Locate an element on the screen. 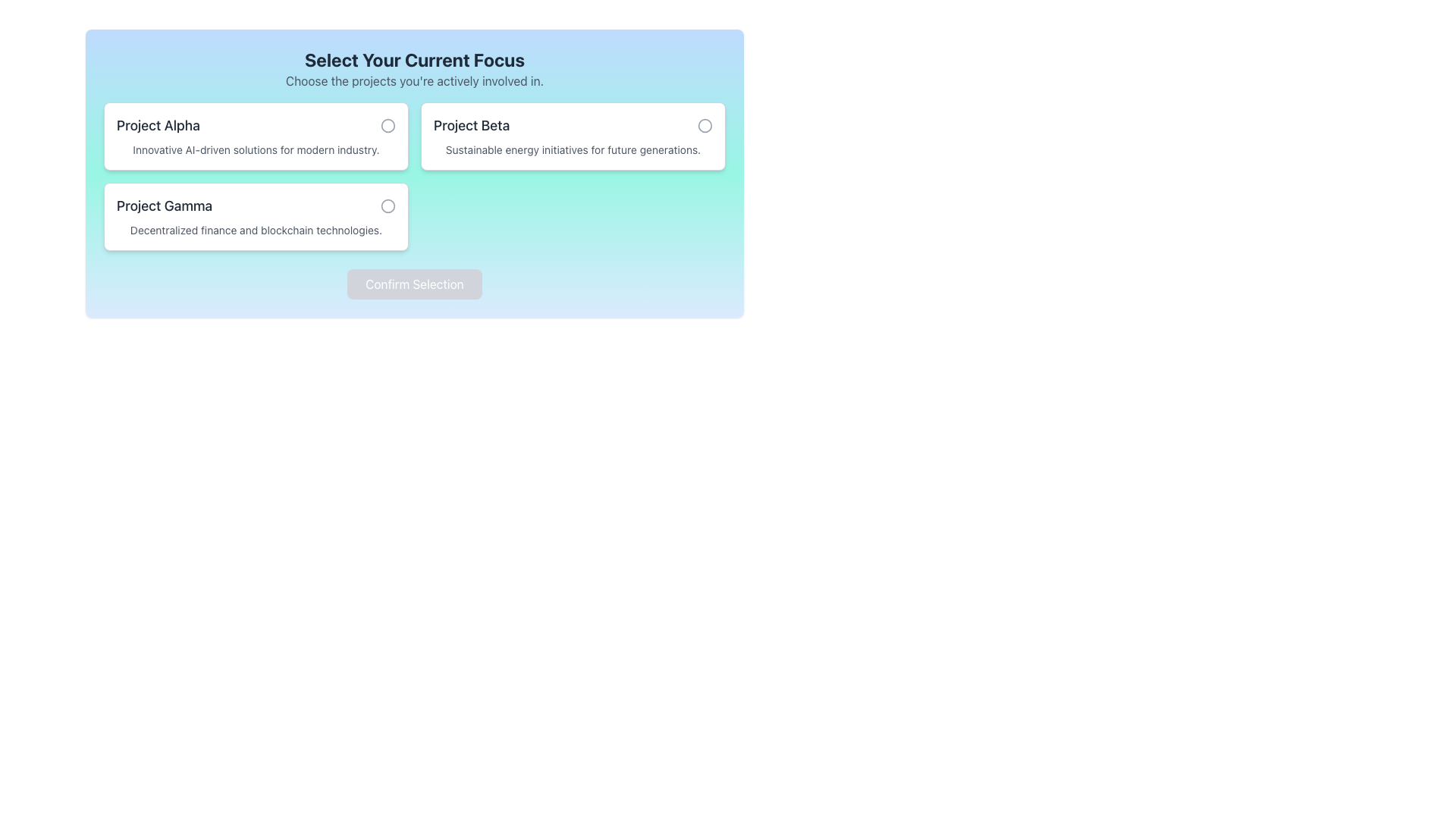  the Selectable Option Card for 'Project Alpha' located in the top-left corner of the grid layout is located at coordinates (256, 136).